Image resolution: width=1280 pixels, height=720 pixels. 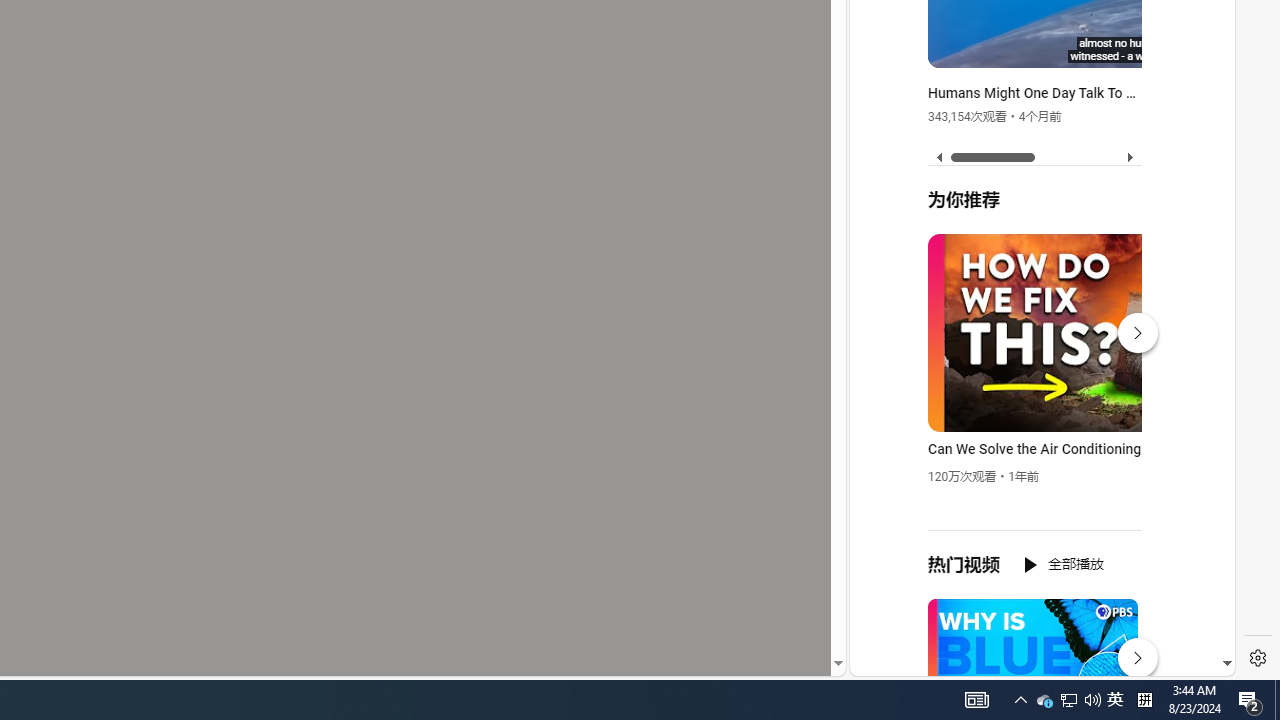 What do you see at coordinates (1034, 431) in the screenshot?
I see `'YouTube'` at bounding box center [1034, 431].